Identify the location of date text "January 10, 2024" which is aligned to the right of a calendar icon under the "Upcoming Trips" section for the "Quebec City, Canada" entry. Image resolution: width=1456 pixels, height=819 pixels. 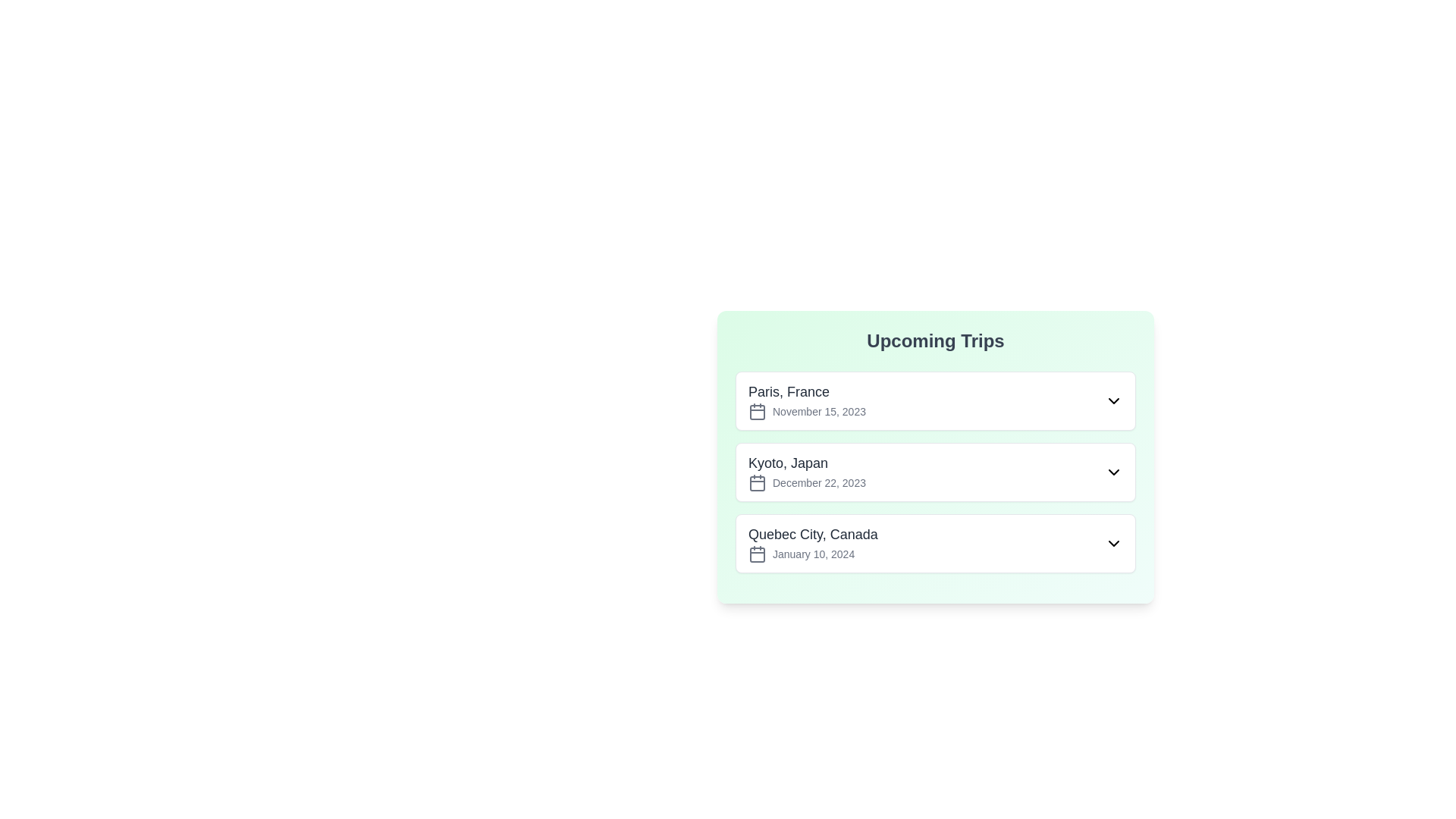
(812, 554).